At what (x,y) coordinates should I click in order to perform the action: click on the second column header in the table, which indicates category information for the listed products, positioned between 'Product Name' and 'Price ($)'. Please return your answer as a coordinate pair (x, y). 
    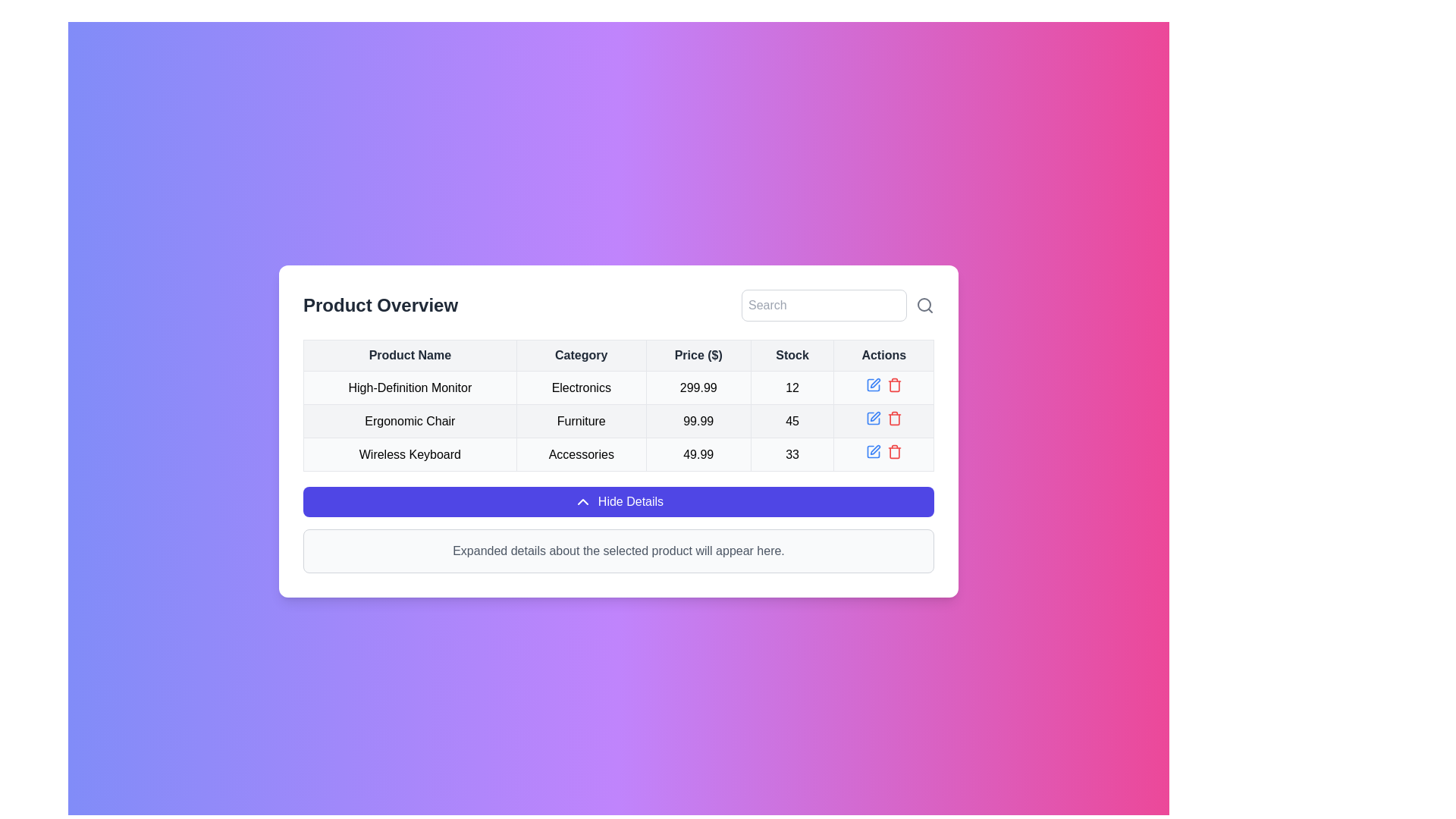
    Looking at the image, I should click on (580, 356).